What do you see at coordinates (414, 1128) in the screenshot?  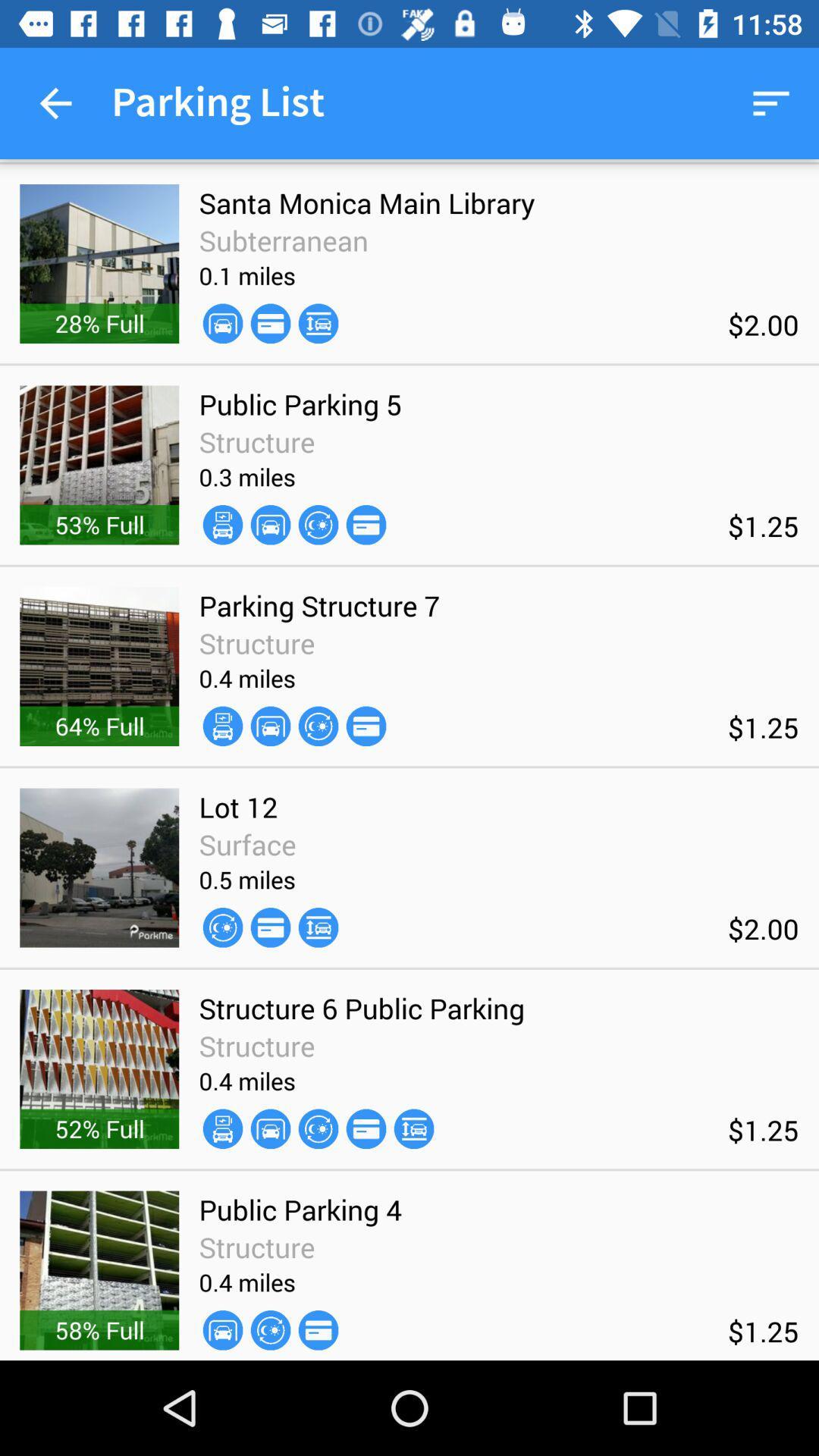 I see `the item below the structure 6 public` at bounding box center [414, 1128].